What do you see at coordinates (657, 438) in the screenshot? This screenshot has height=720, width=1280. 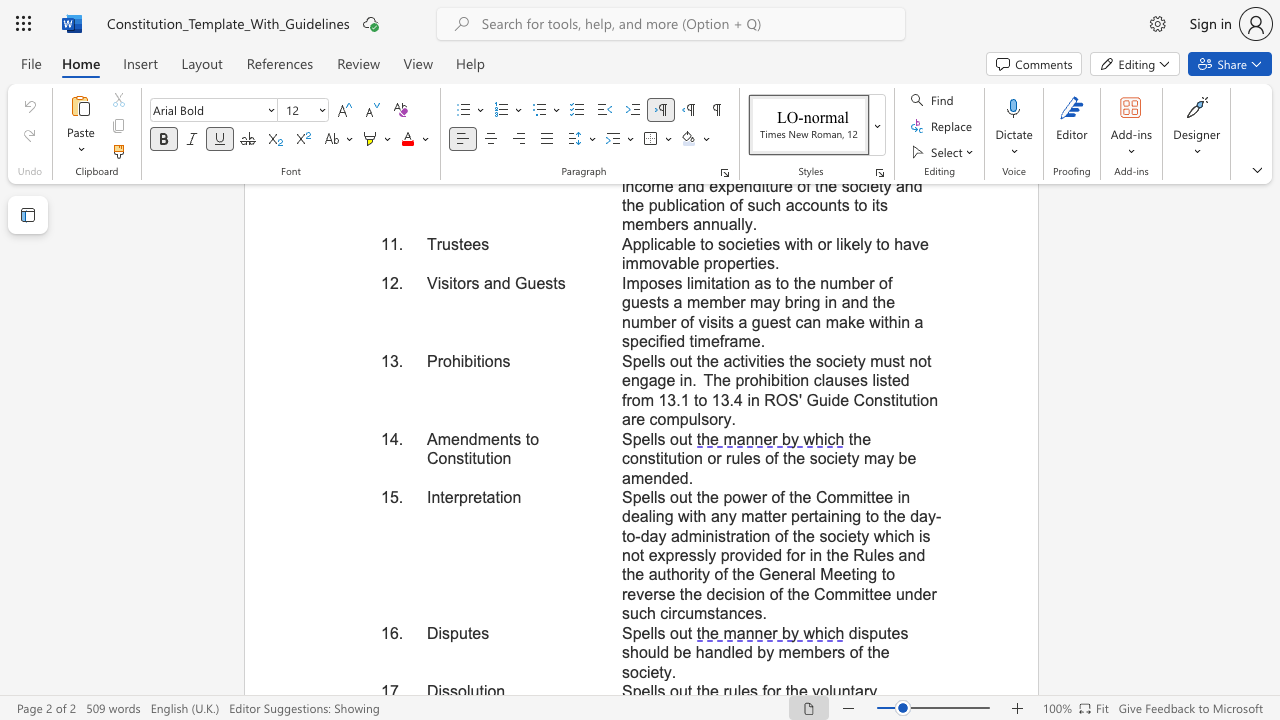 I see `the subset text "s o" within the text "Spells out"` at bounding box center [657, 438].